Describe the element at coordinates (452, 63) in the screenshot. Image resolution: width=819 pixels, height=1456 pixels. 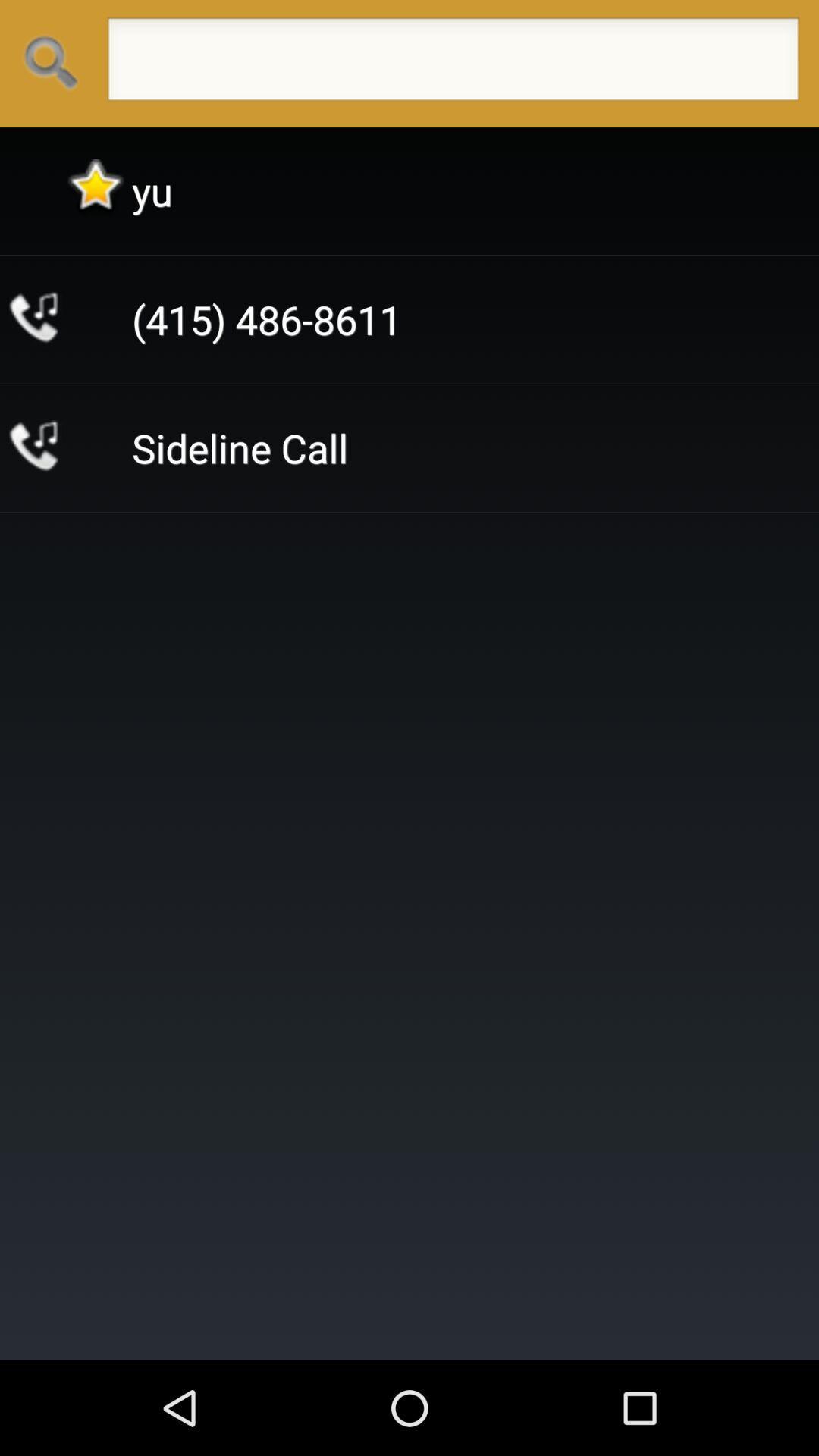
I see `looking for` at that location.